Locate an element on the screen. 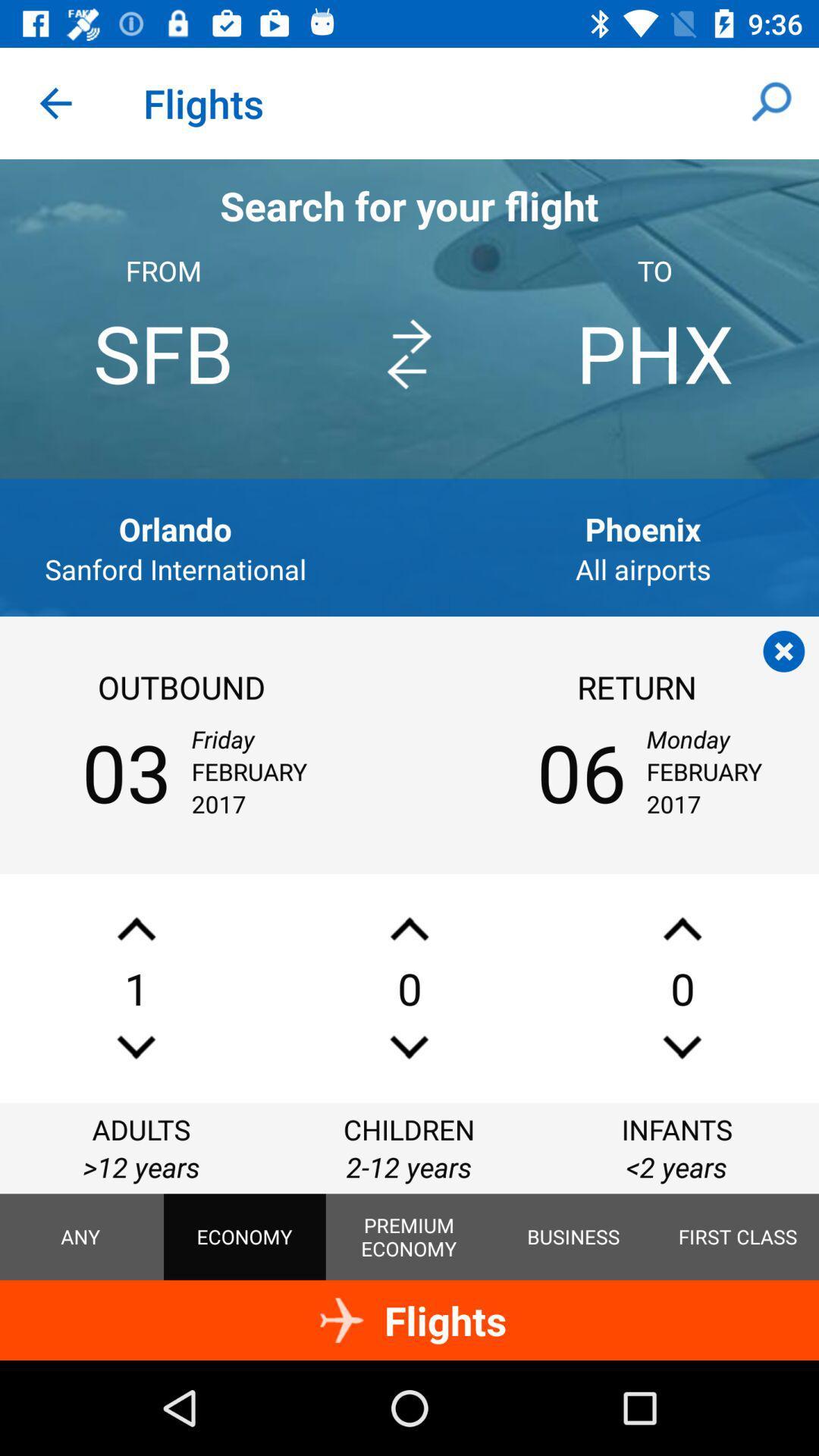  subtract children is located at coordinates (409, 1046).